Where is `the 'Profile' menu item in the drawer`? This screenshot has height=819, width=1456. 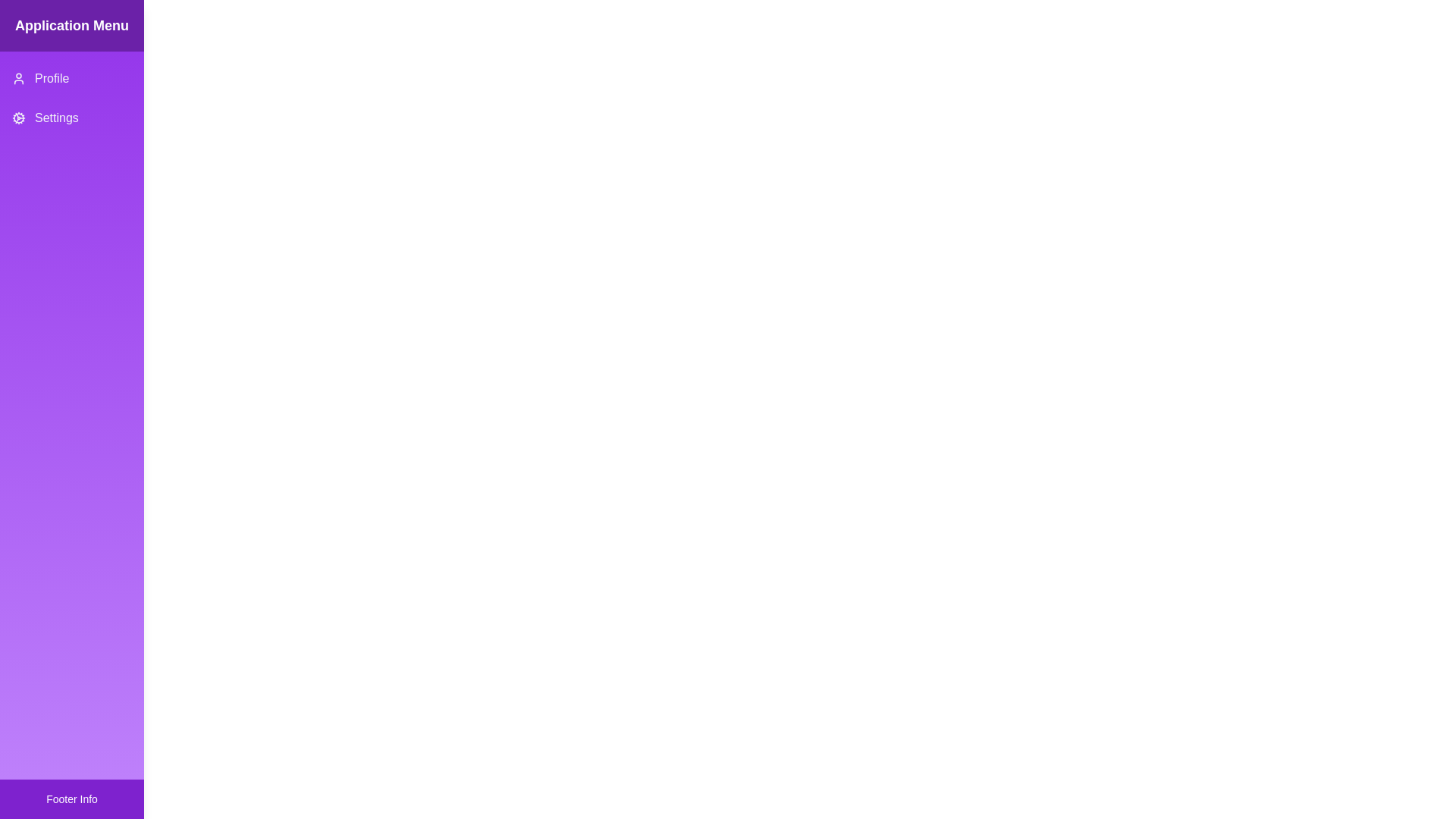
the 'Profile' menu item in the drawer is located at coordinates (71, 79).